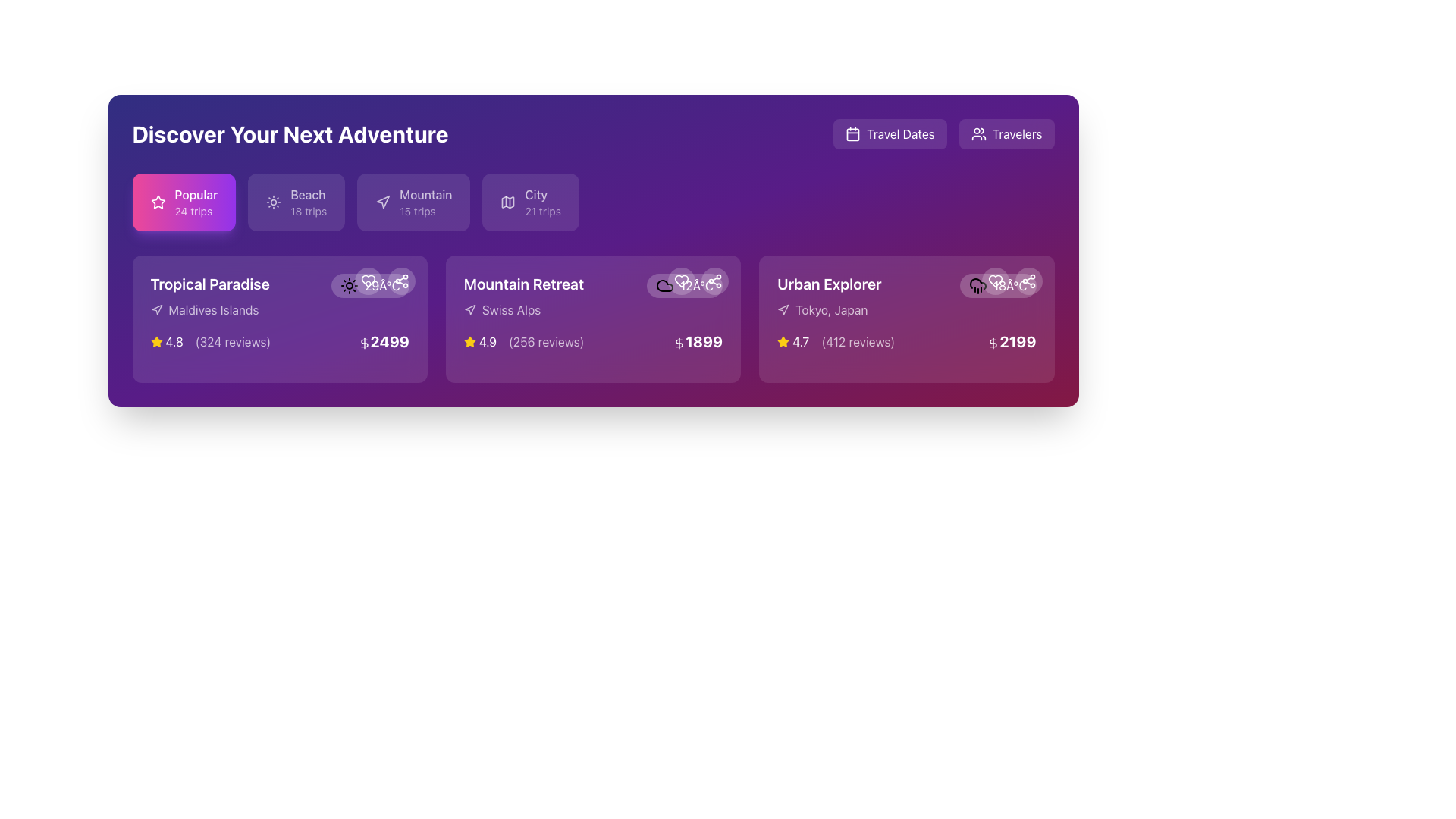  I want to click on the 'Travel Dates' button which contains white text on a purple background and is located at the top-right area of the interface, so click(900, 133).